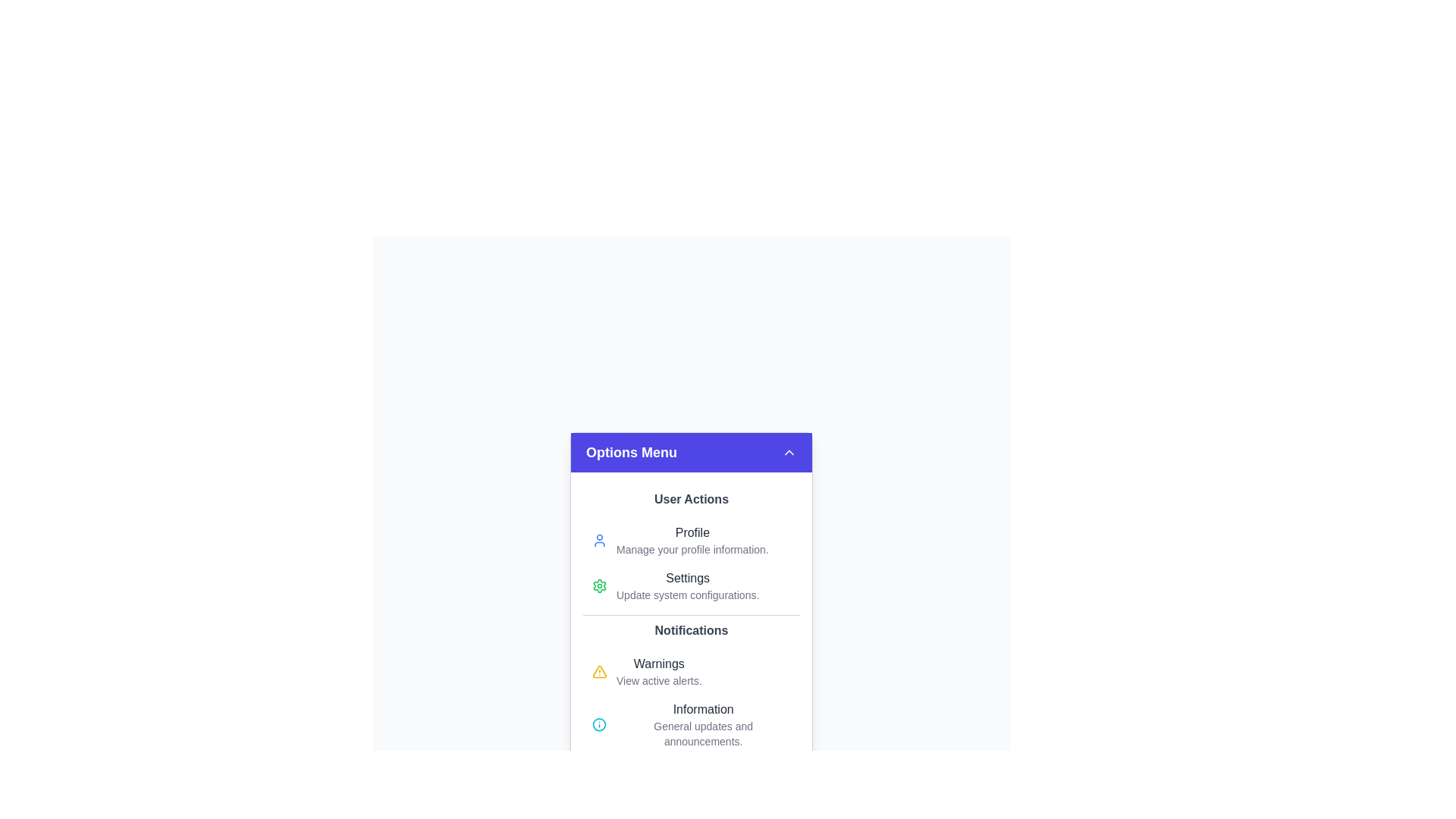  What do you see at coordinates (599, 585) in the screenshot?
I see `the 'Settings' icon located to the left of the text 'Settings Update system configurations.' in the 'User Actions' category of the menu` at bounding box center [599, 585].